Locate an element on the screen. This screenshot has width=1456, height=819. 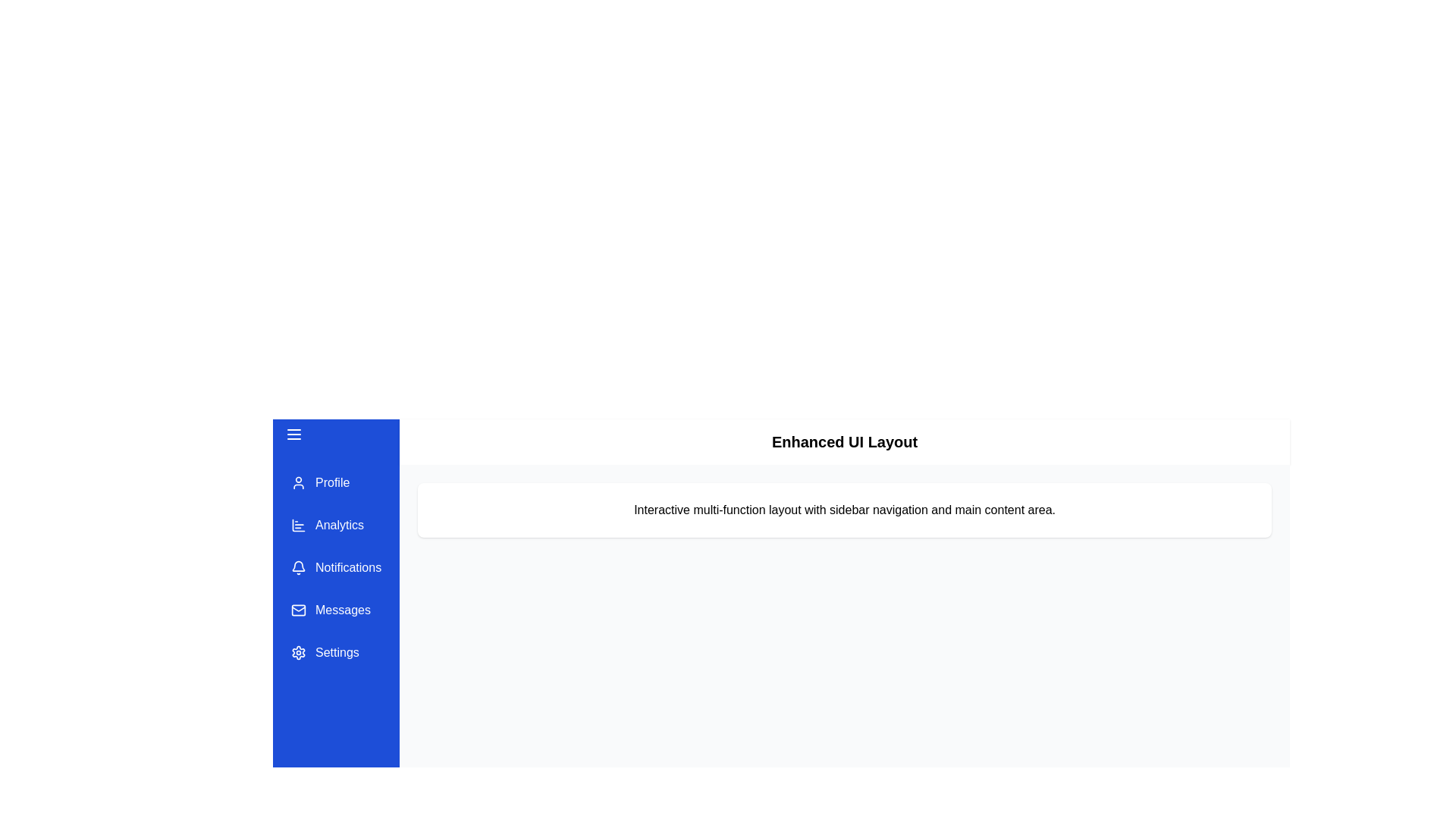
the gear-shaped settings icon located in the left sidebar, adjacent to the 'Settings' label is located at coordinates (298, 651).